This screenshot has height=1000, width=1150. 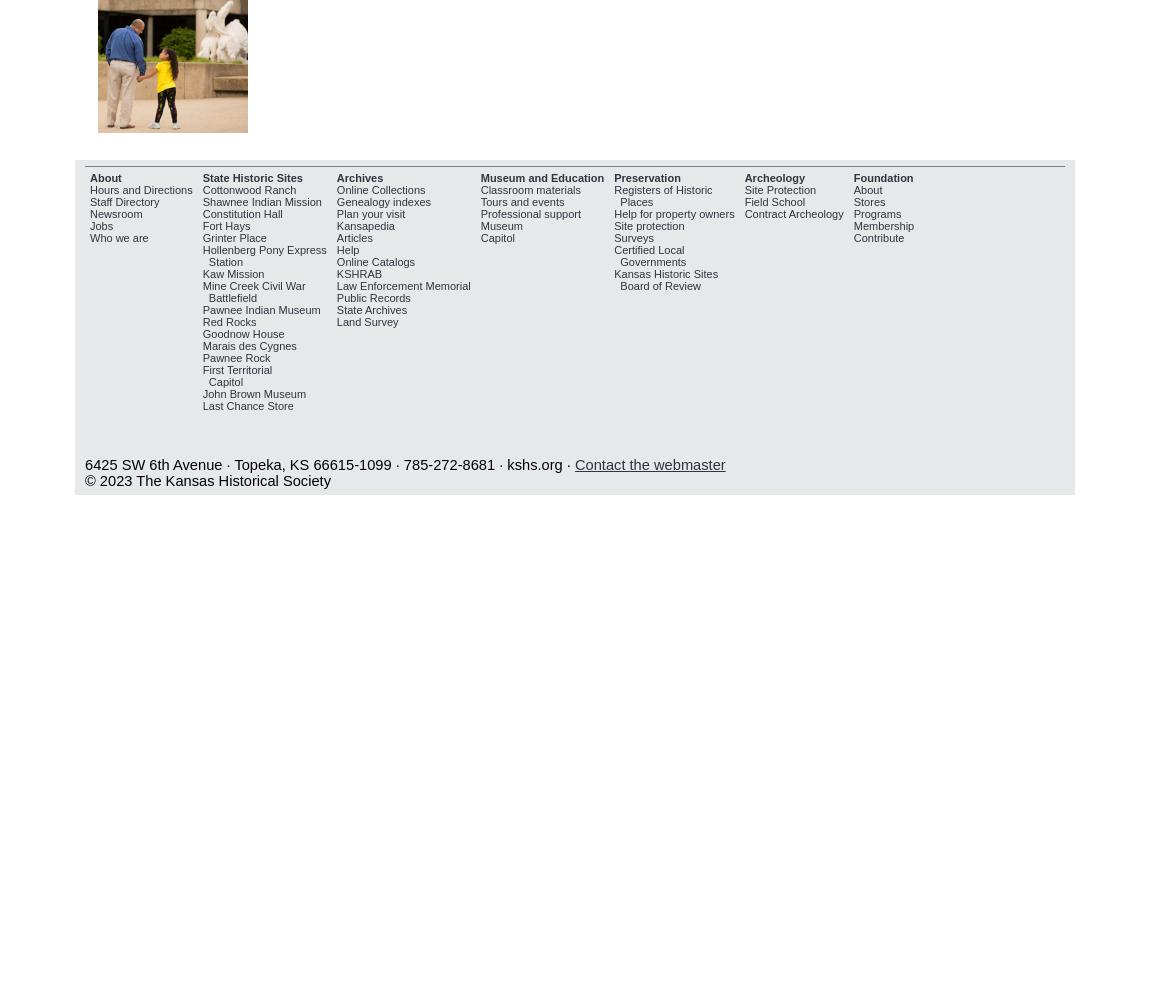 What do you see at coordinates (234, 356) in the screenshot?
I see `'Pawnee Rock'` at bounding box center [234, 356].